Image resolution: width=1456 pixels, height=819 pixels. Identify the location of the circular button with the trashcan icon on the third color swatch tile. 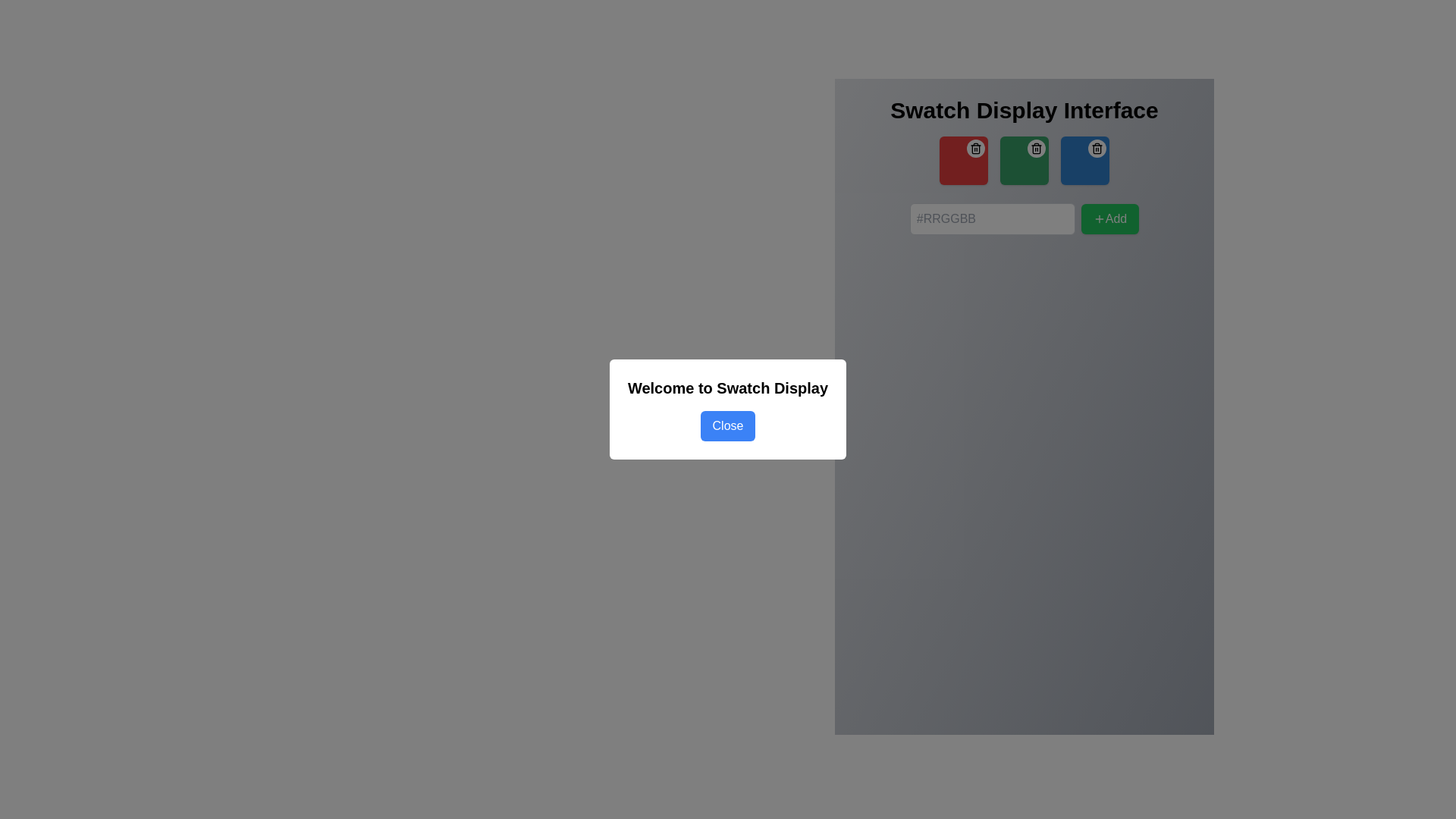
(1084, 161).